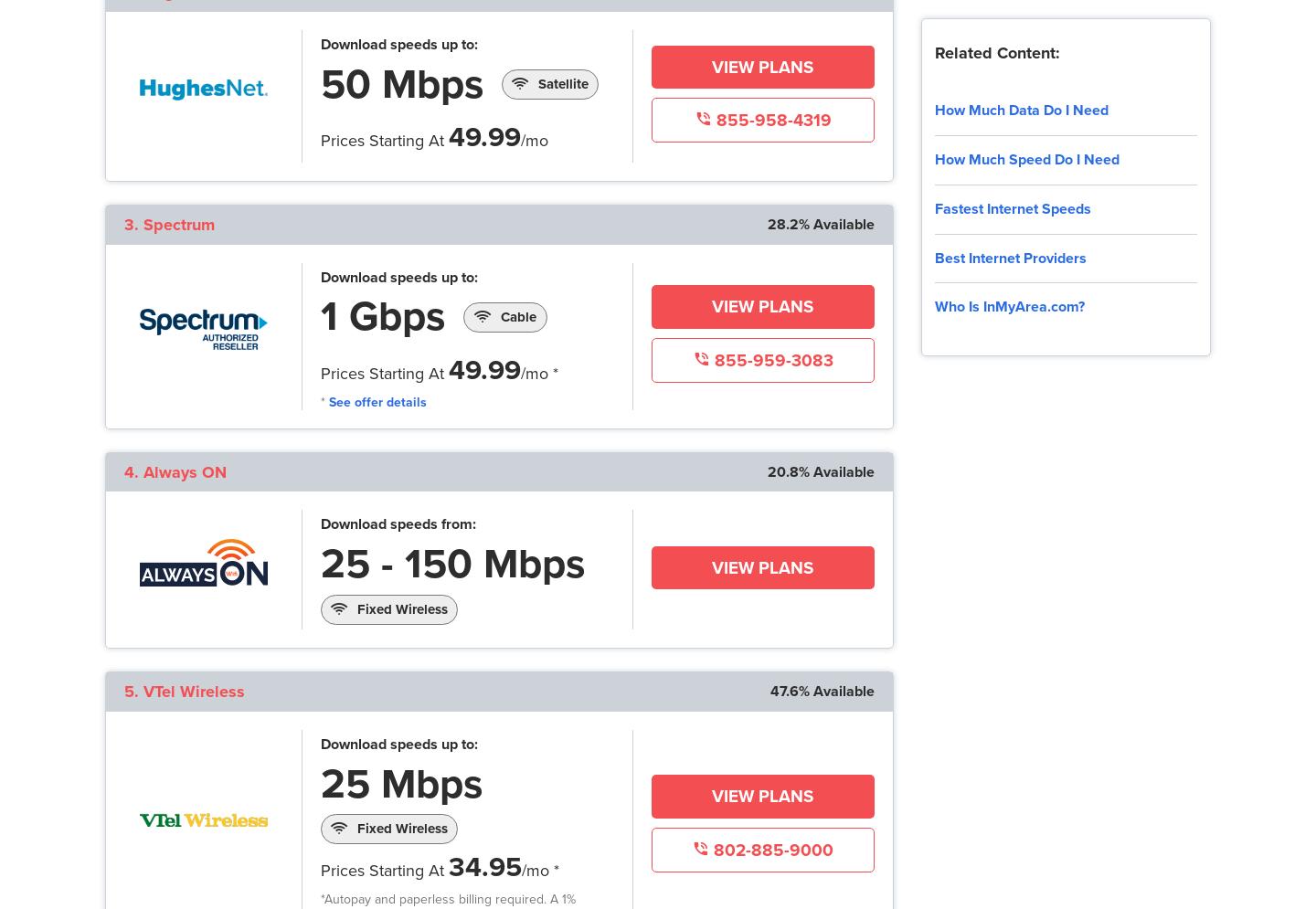 The image size is (1316, 909). I want to click on '20.8% Available', so click(819, 470).